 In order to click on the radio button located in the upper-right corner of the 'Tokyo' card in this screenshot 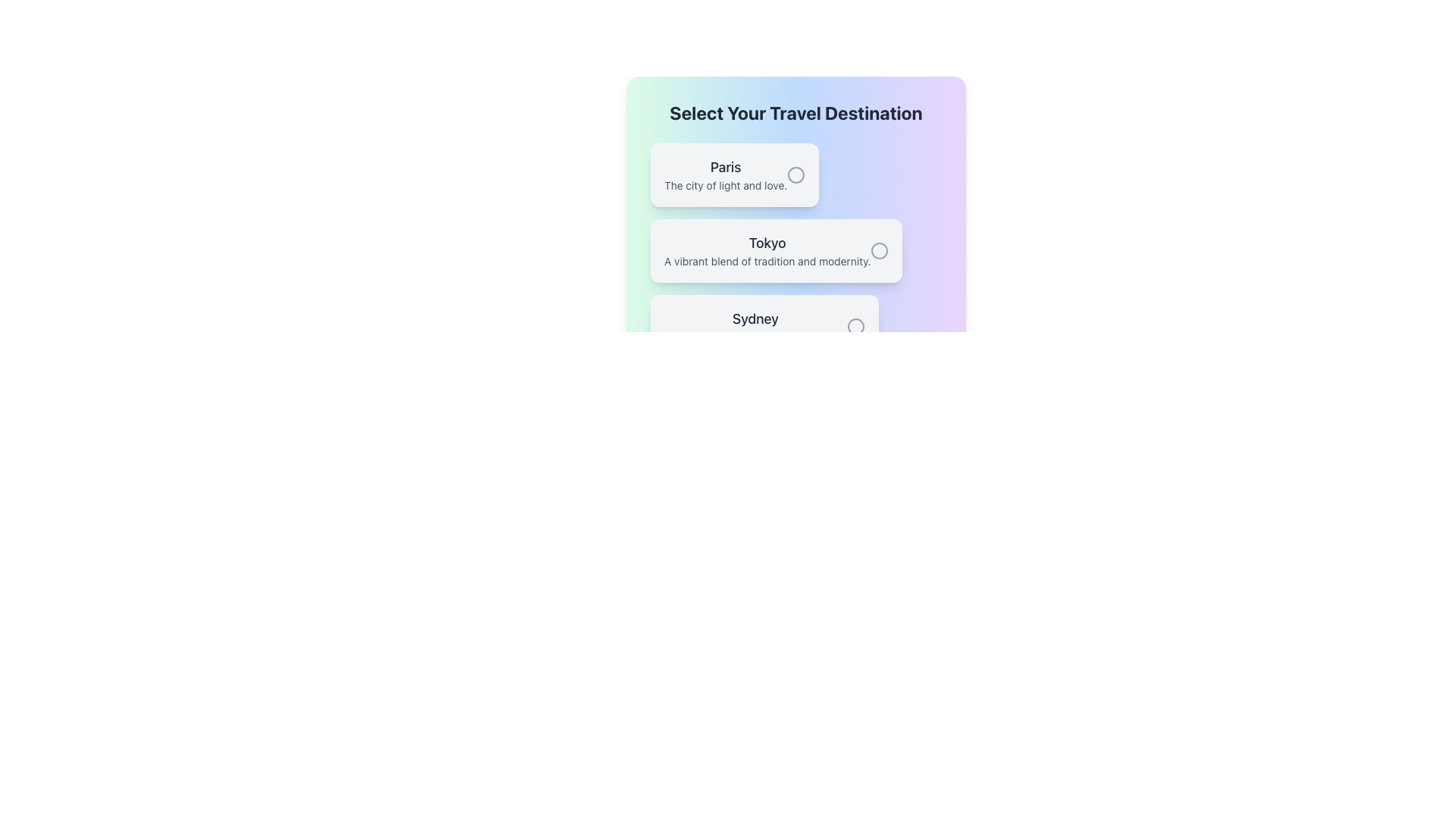, I will do `click(880, 250)`.